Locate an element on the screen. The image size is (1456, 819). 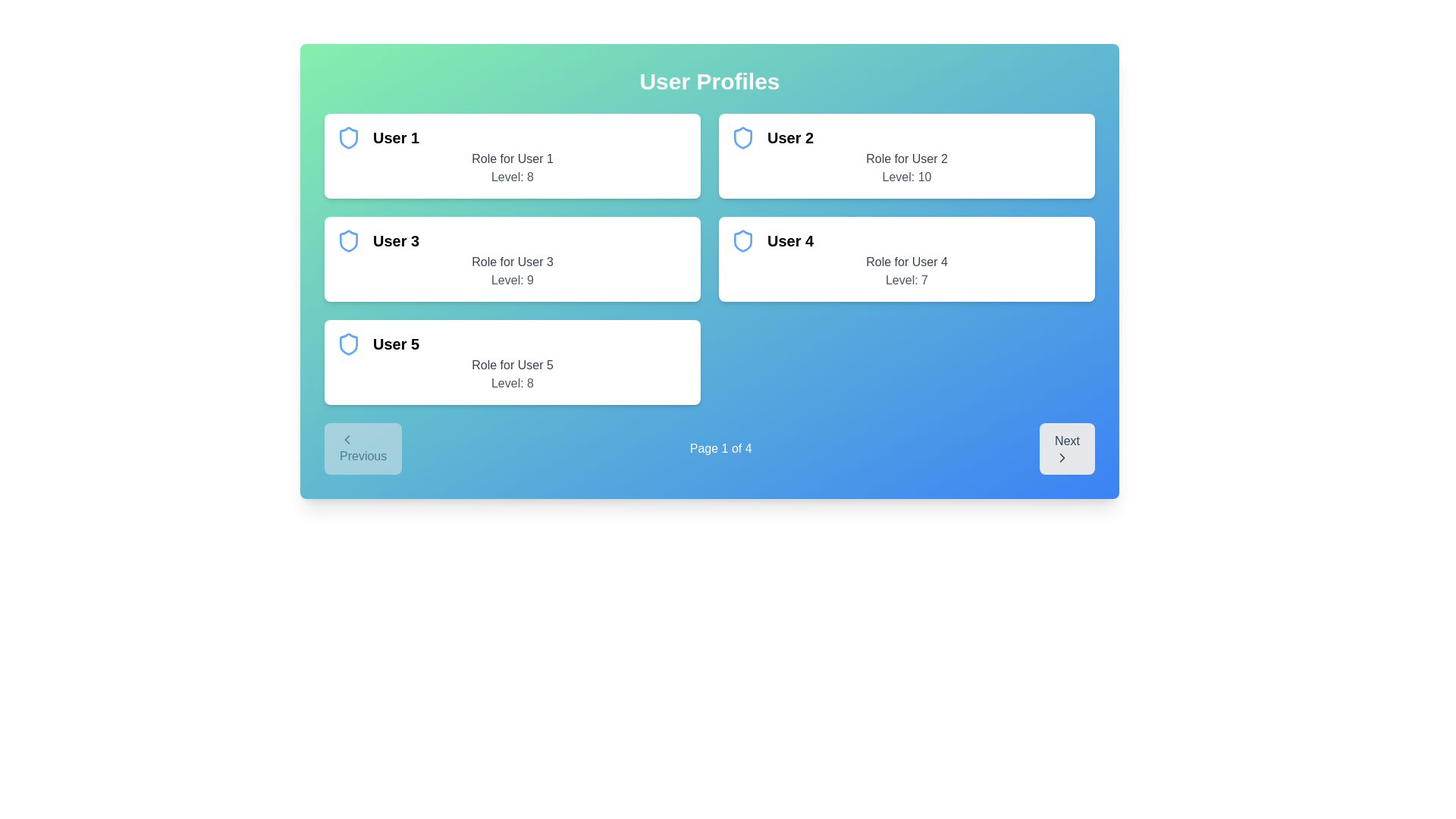
the text label identifying 'User 3' in the grid layout of user profiles, located in the second row, first column of the user cards is located at coordinates (396, 240).